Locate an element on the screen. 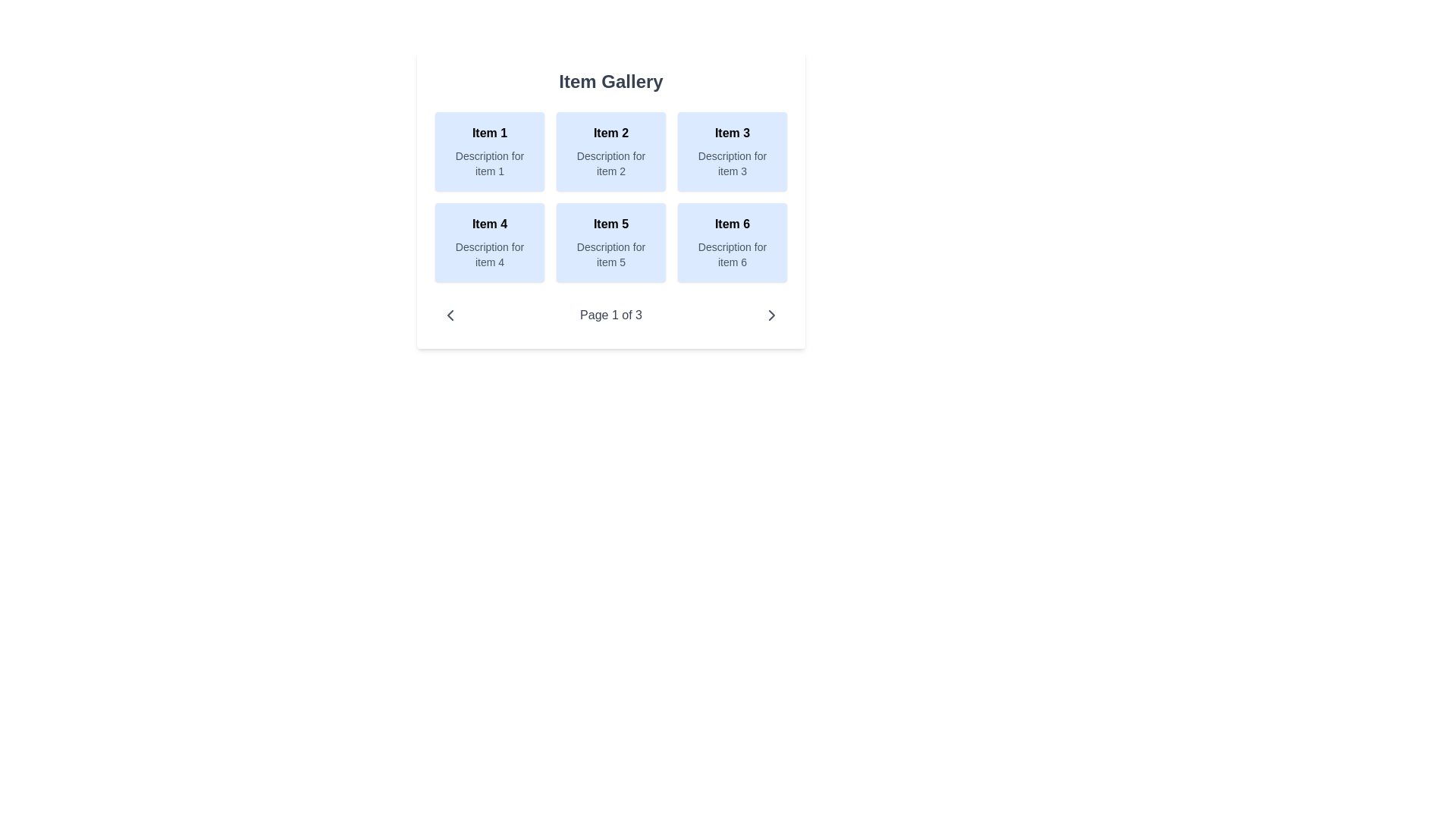 The height and width of the screenshot is (819, 1456). the Content card displaying information about 'Item 4' located in the second row and first column of the grid layout is located at coordinates (490, 242).